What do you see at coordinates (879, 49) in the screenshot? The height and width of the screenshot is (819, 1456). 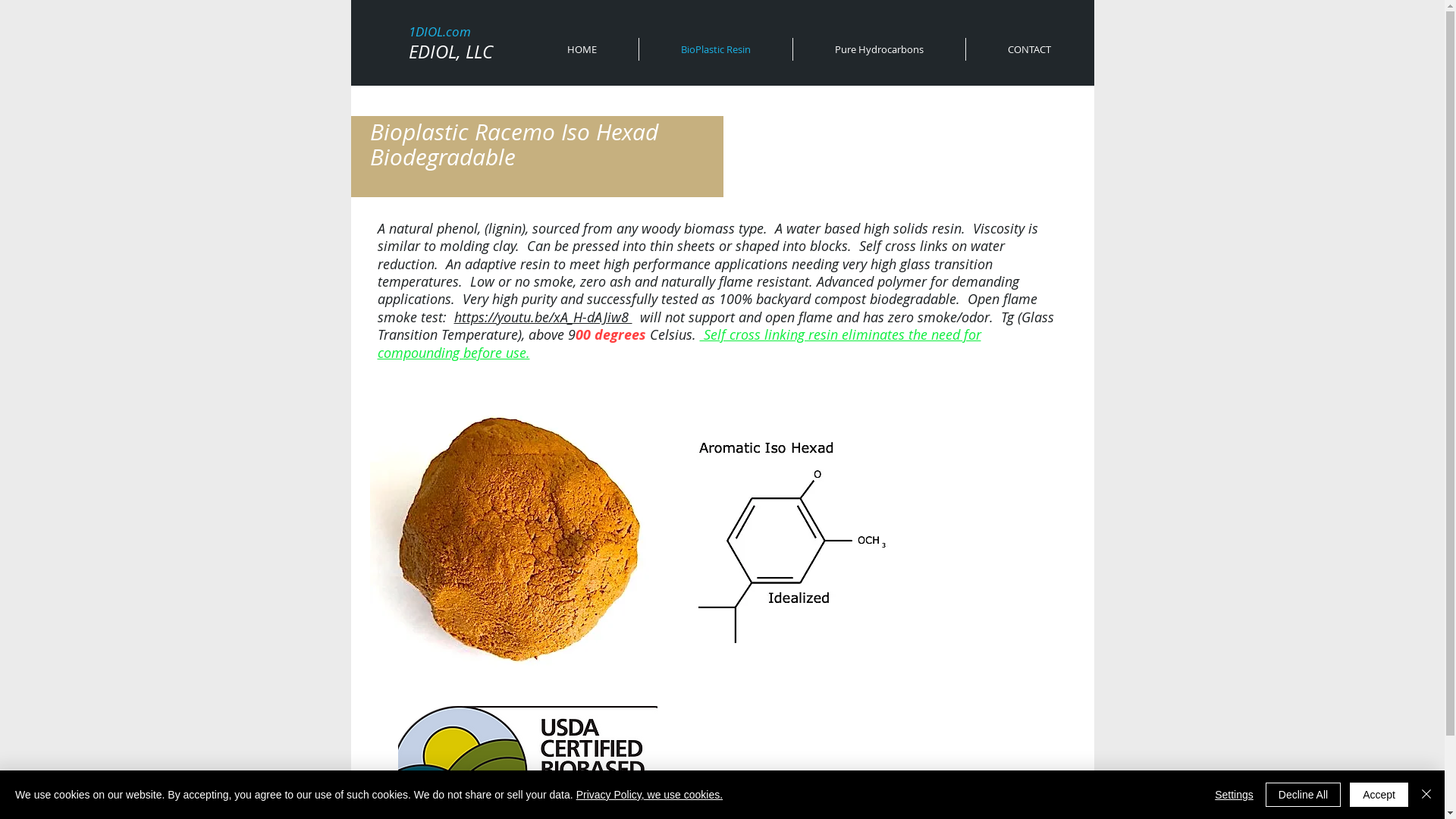 I see `'Pure Hydrocarbons'` at bounding box center [879, 49].